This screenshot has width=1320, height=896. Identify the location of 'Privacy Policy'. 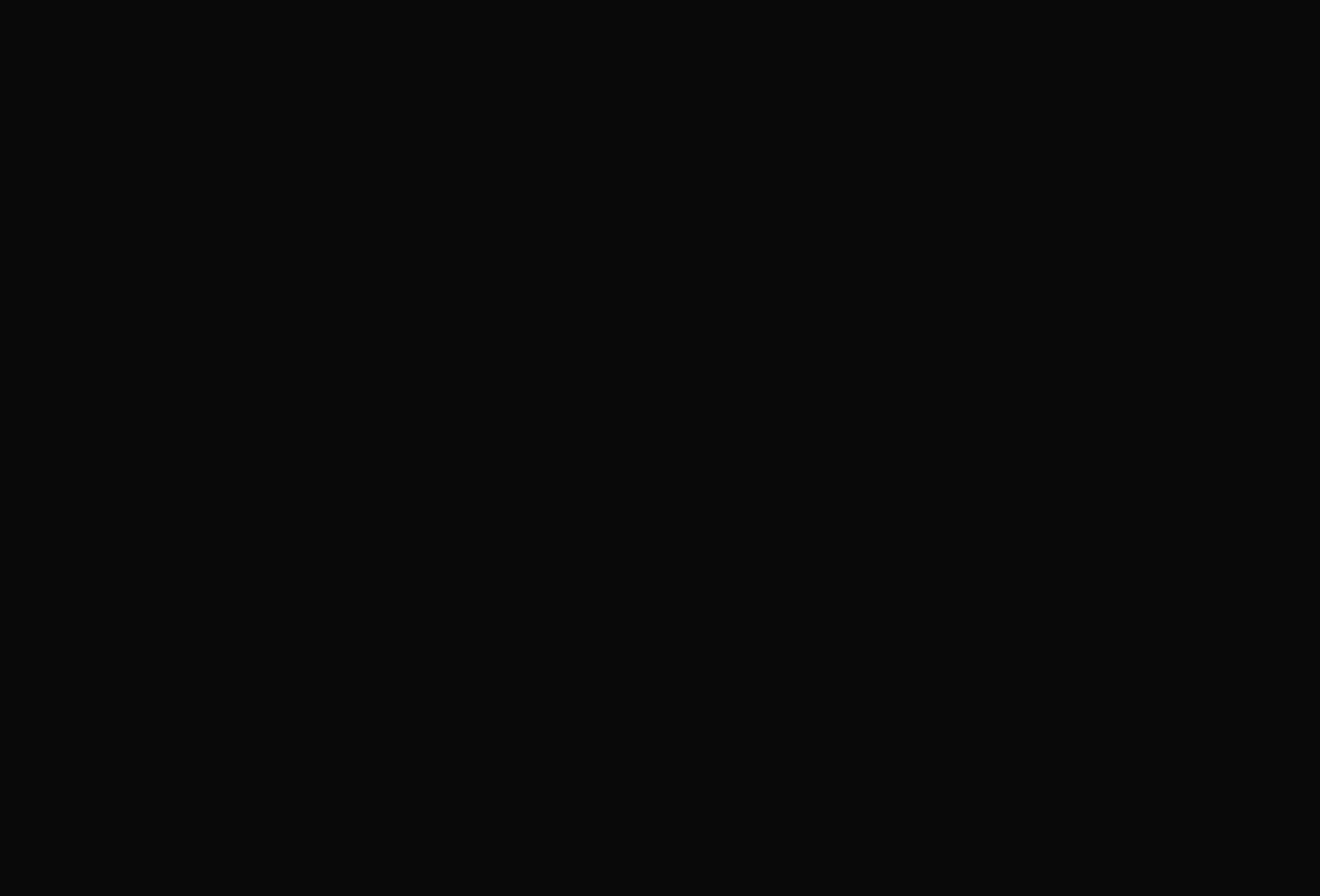
(1094, 426).